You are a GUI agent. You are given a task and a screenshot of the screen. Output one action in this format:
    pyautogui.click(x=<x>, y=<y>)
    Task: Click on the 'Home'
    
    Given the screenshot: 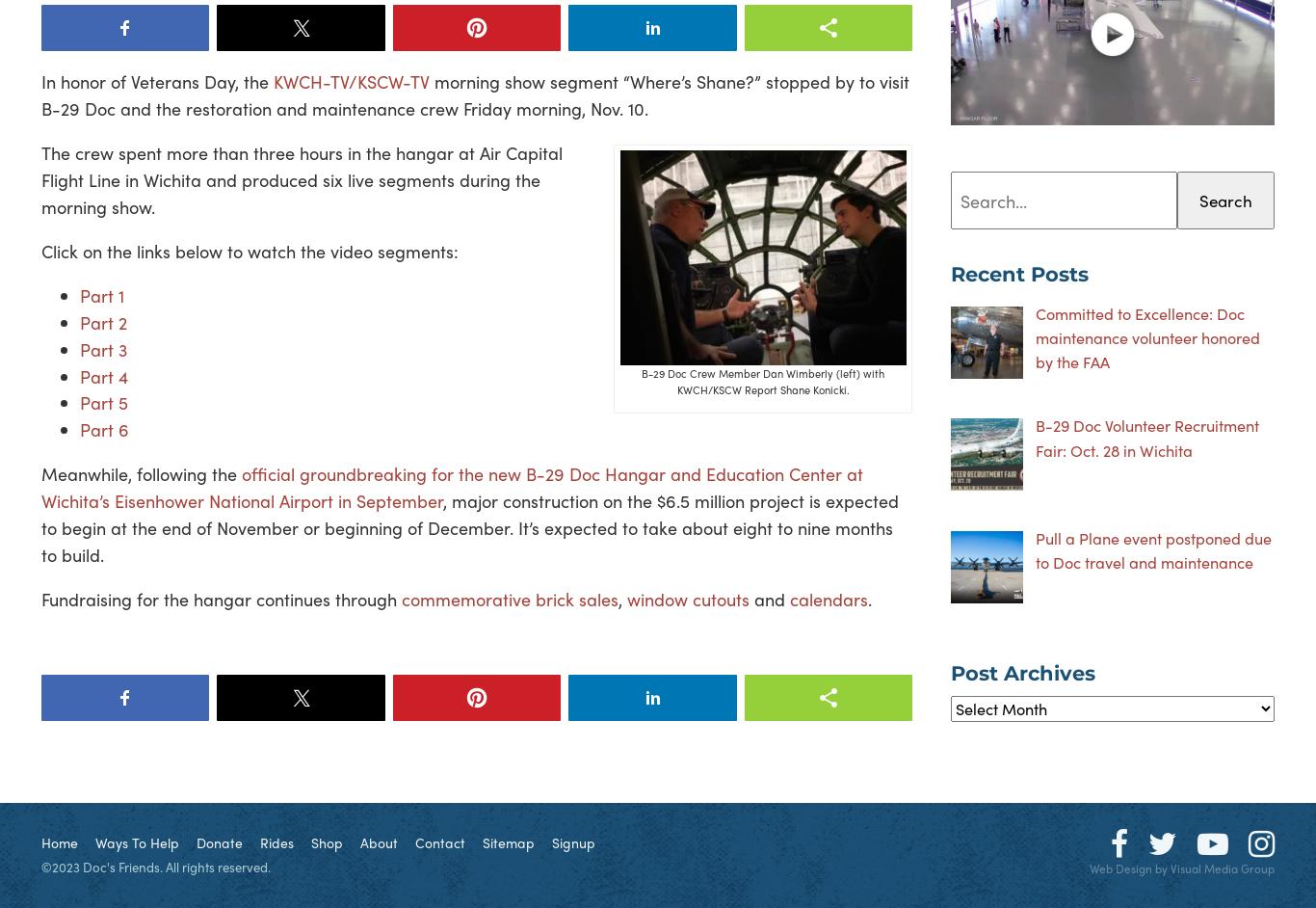 What is the action you would take?
    pyautogui.click(x=60, y=841)
    